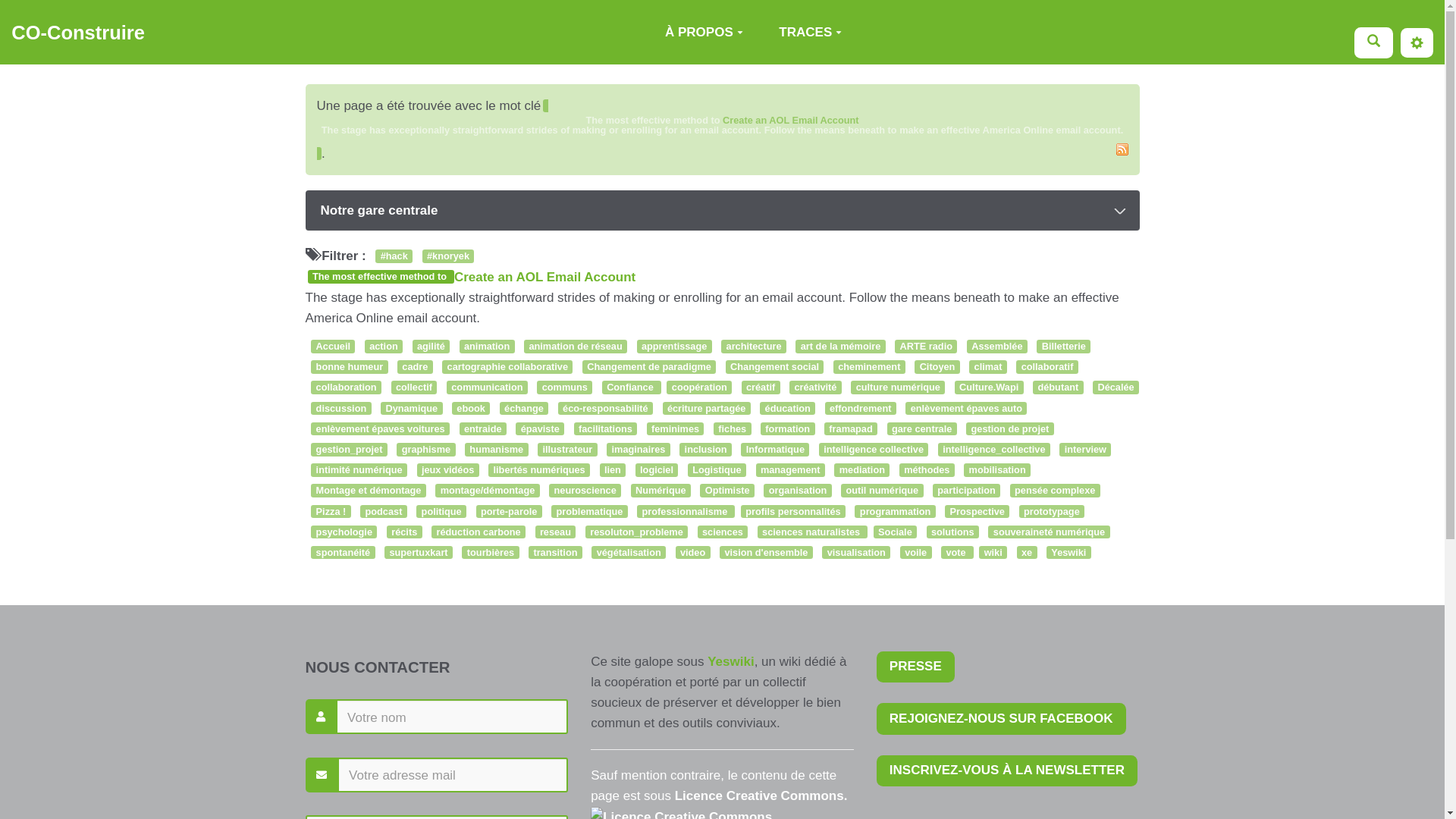  Describe the element at coordinates (648, 366) in the screenshot. I see `'Changement de paradigme'` at that location.